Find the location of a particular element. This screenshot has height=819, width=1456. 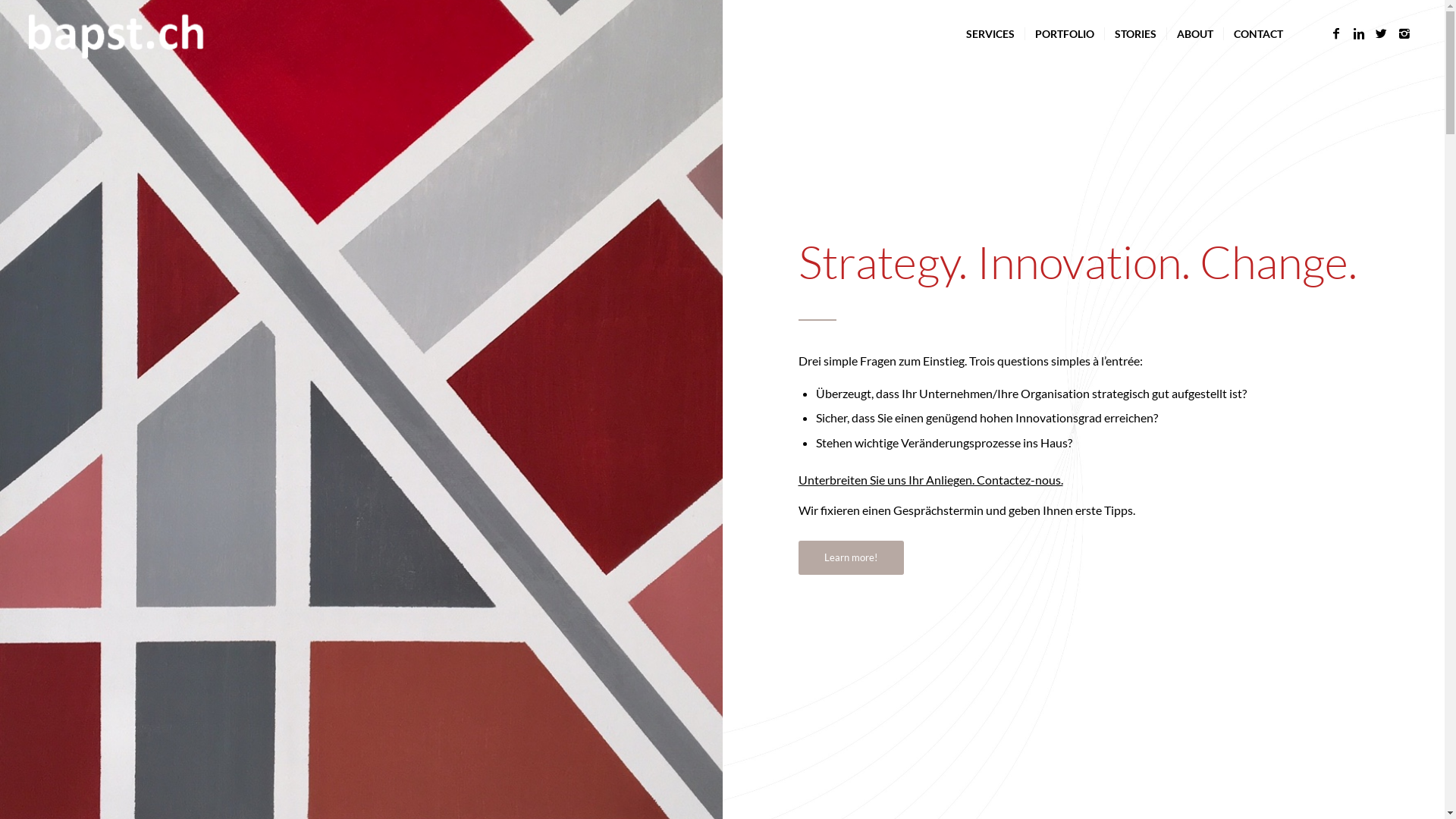

'Facebook' is located at coordinates (1335, 33).